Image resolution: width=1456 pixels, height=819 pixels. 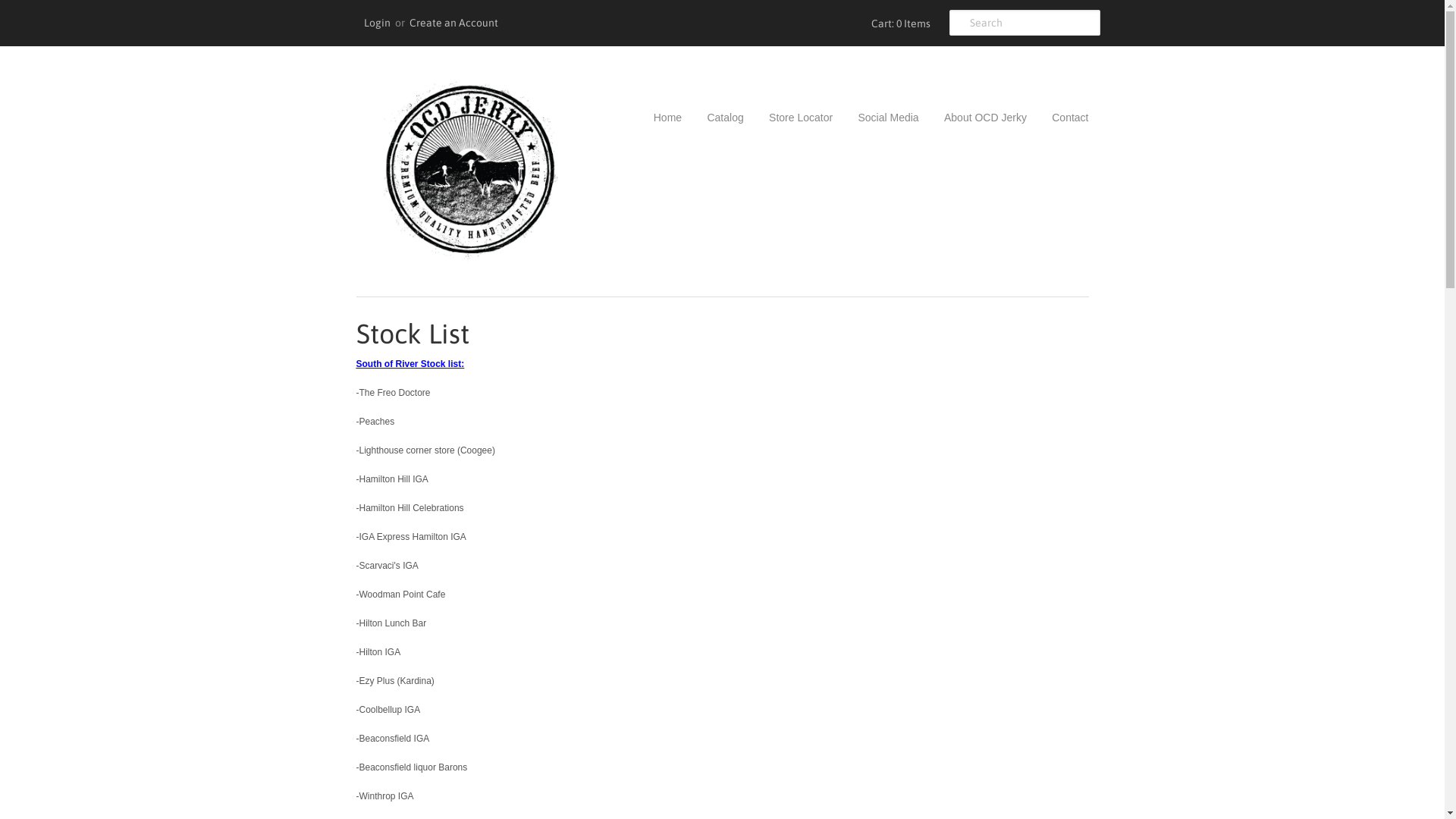 I want to click on 'Social Media', so click(x=877, y=116).